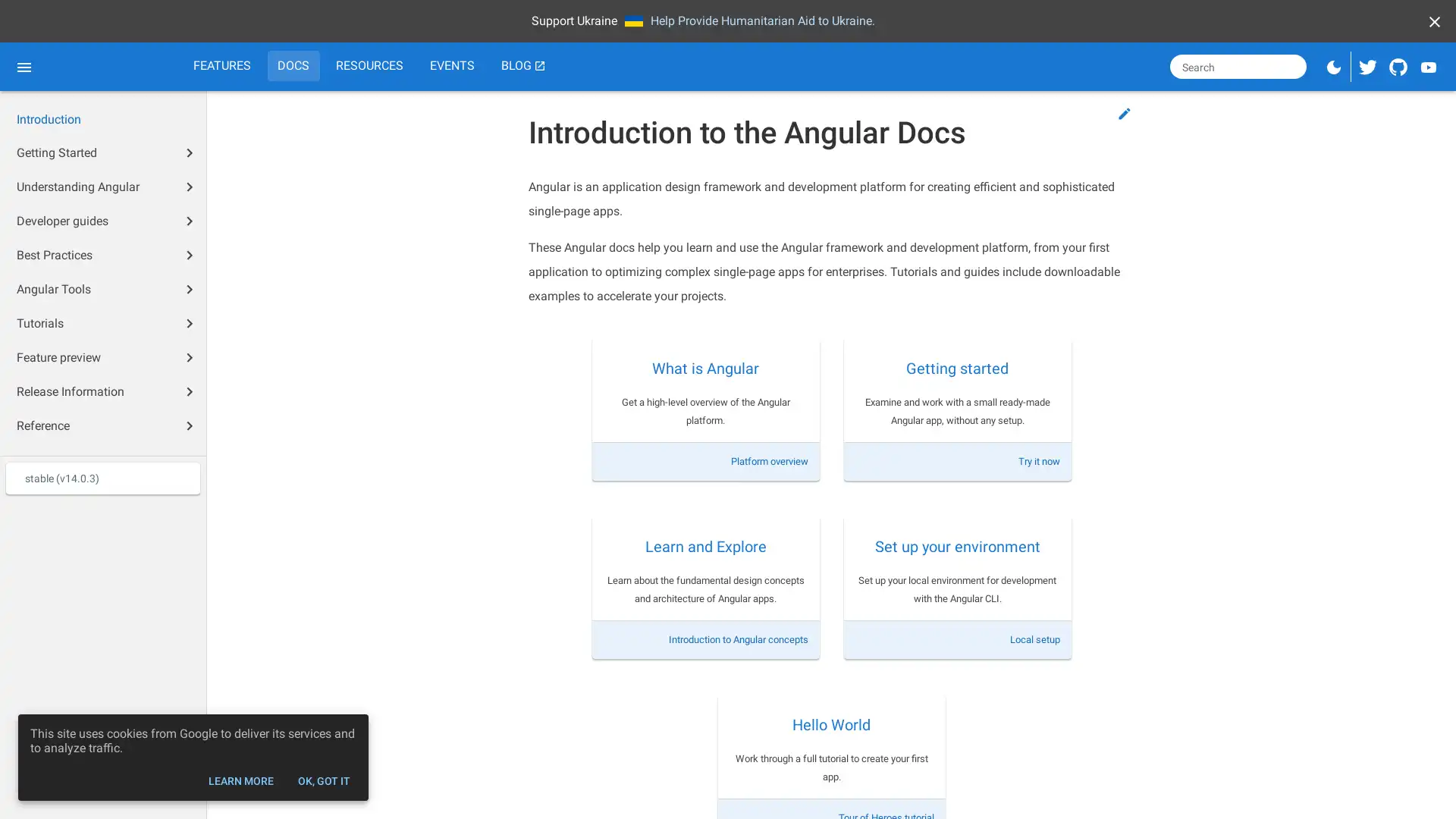 The width and height of the screenshot is (1456, 819). I want to click on Tutorials, so click(102, 323).